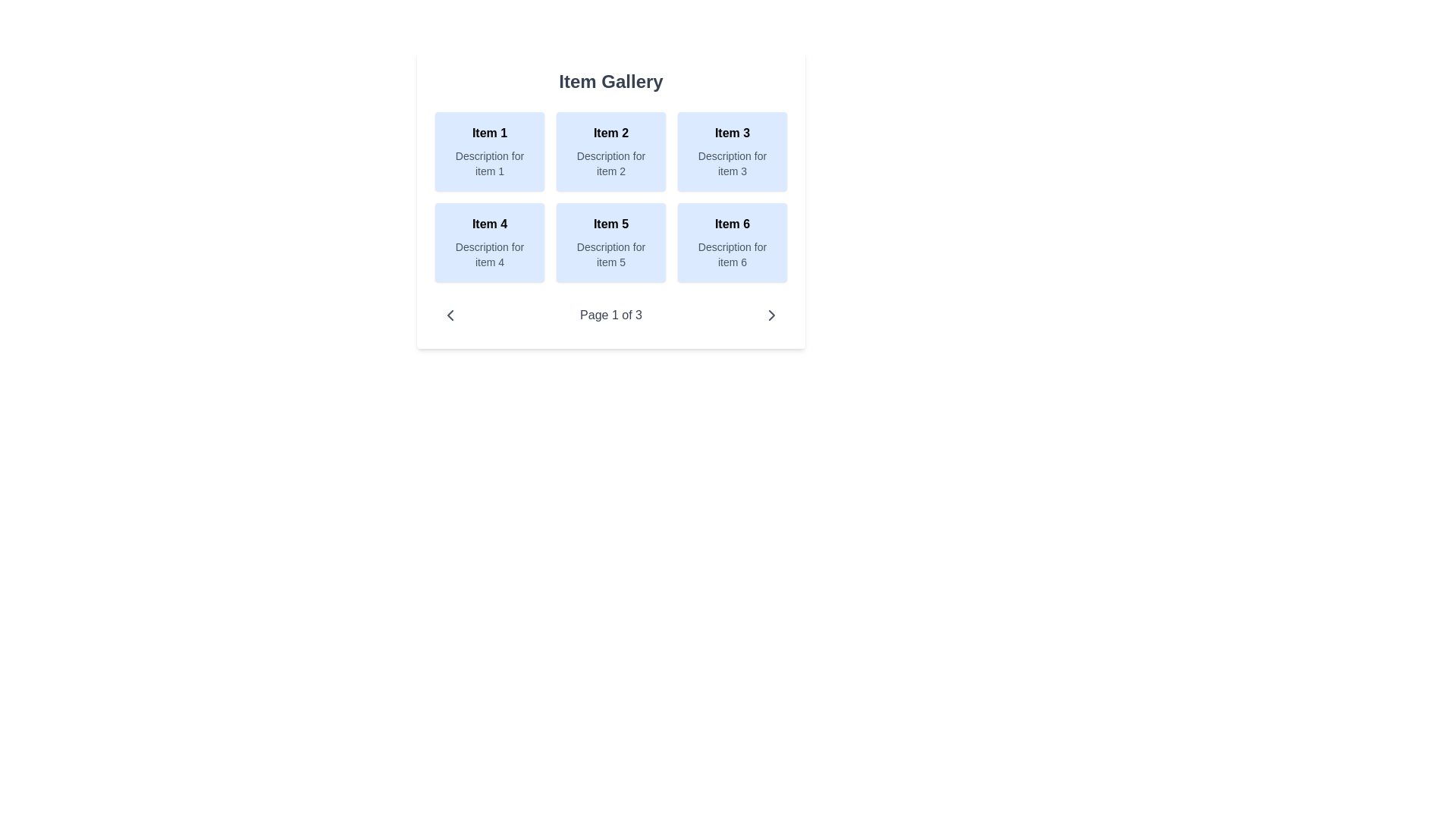  What do you see at coordinates (450, 315) in the screenshot?
I see `the left navigation chevron icon located at the bottom left of the interface` at bounding box center [450, 315].